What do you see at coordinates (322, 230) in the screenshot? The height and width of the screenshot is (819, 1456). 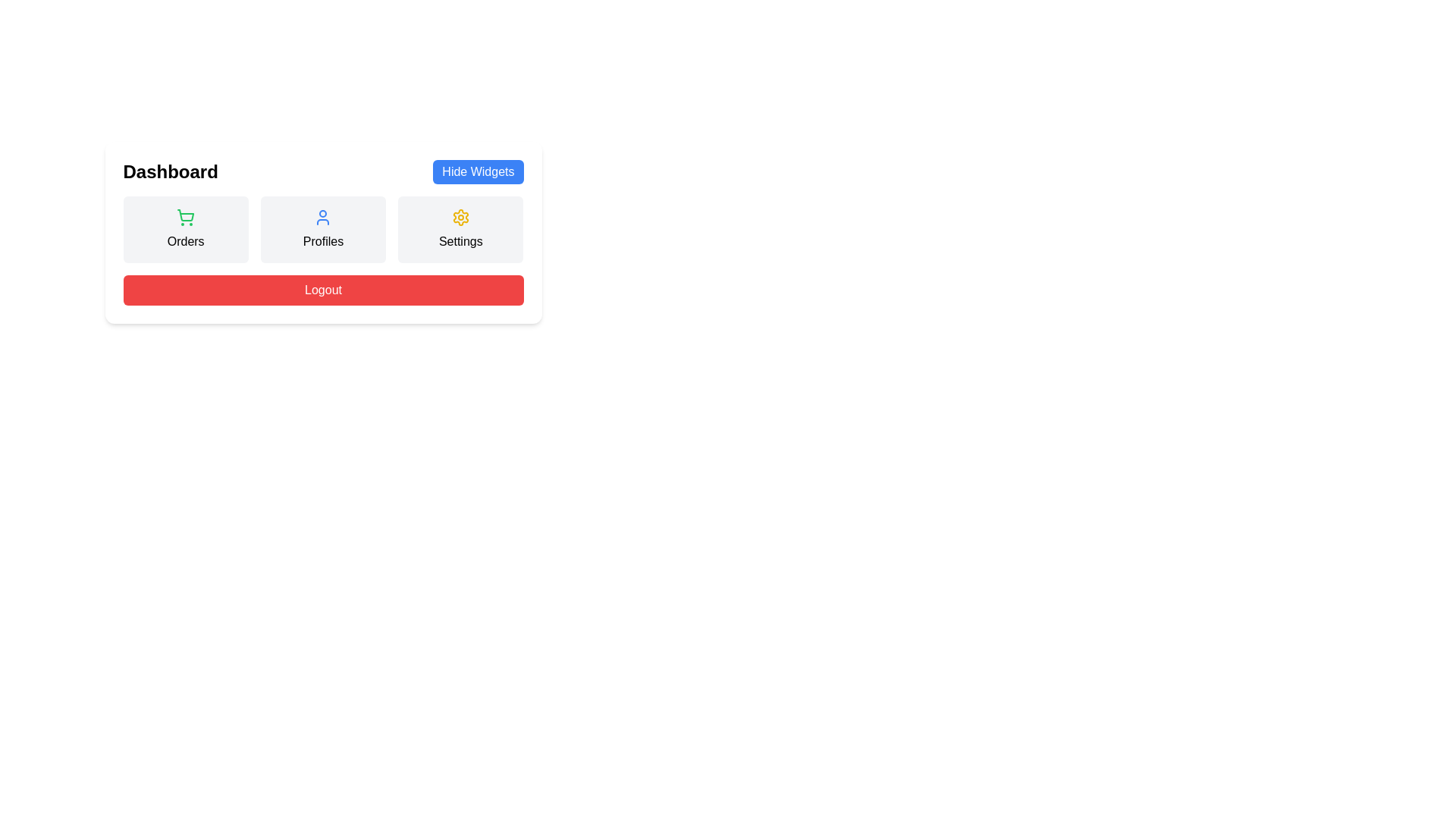 I see `the icons for the 'Orders,' 'Profiles,' and 'Settings' buttons in the group of buttons or navigational links` at bounding box center [322, 230].